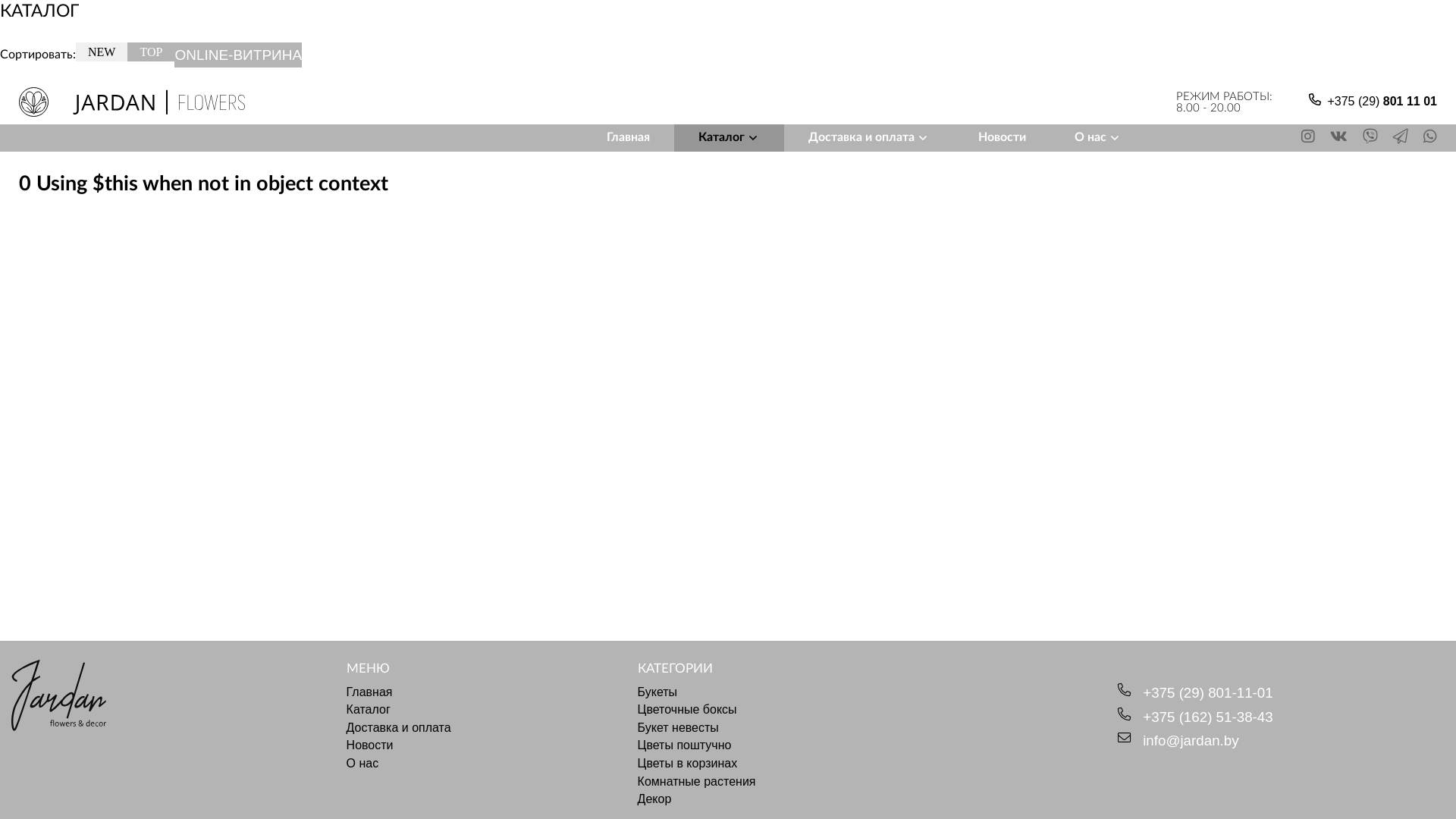  Describe the element at coordinates (1382, 102) in the screenshot. I see `'+375 (29) 801 11 01'` at that location.